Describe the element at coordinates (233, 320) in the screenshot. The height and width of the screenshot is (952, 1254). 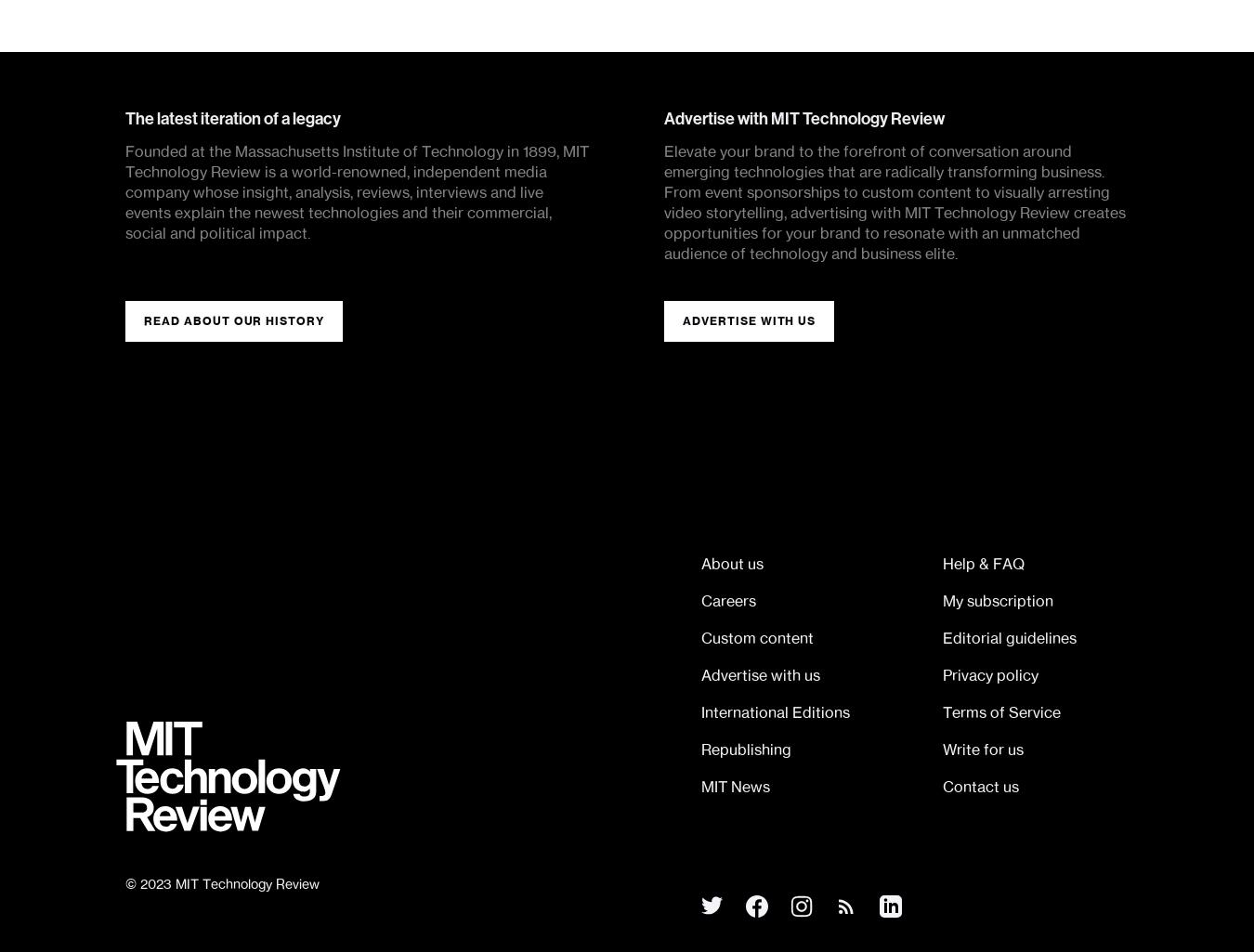
I see `'READ ABOUT OUR HISTORY'` at that location.